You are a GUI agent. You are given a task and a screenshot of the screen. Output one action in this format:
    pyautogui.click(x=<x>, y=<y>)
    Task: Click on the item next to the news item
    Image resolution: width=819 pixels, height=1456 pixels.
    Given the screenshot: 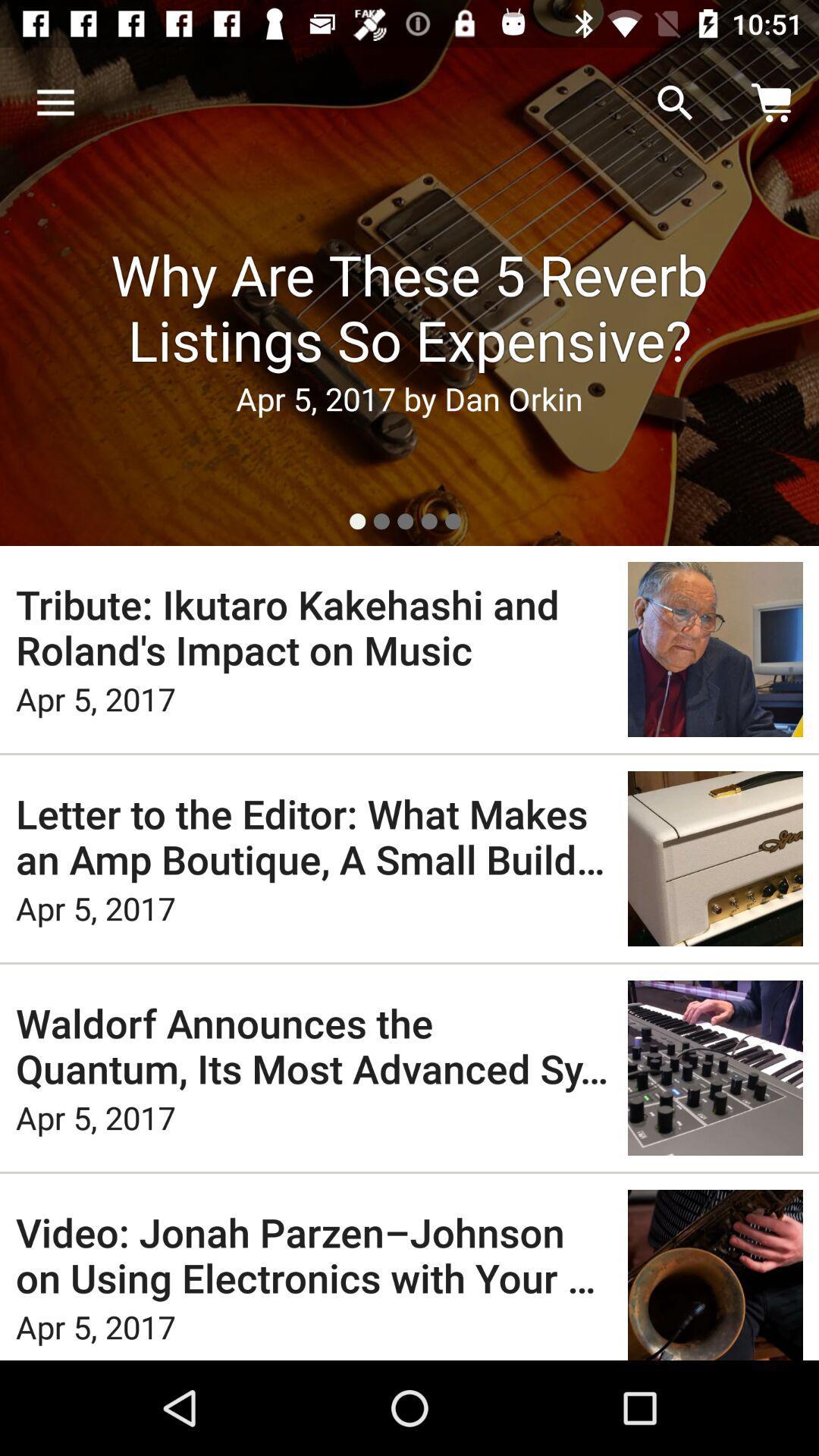 What is the action you would take?
    pyautogui.click(x=55, y=102)
    